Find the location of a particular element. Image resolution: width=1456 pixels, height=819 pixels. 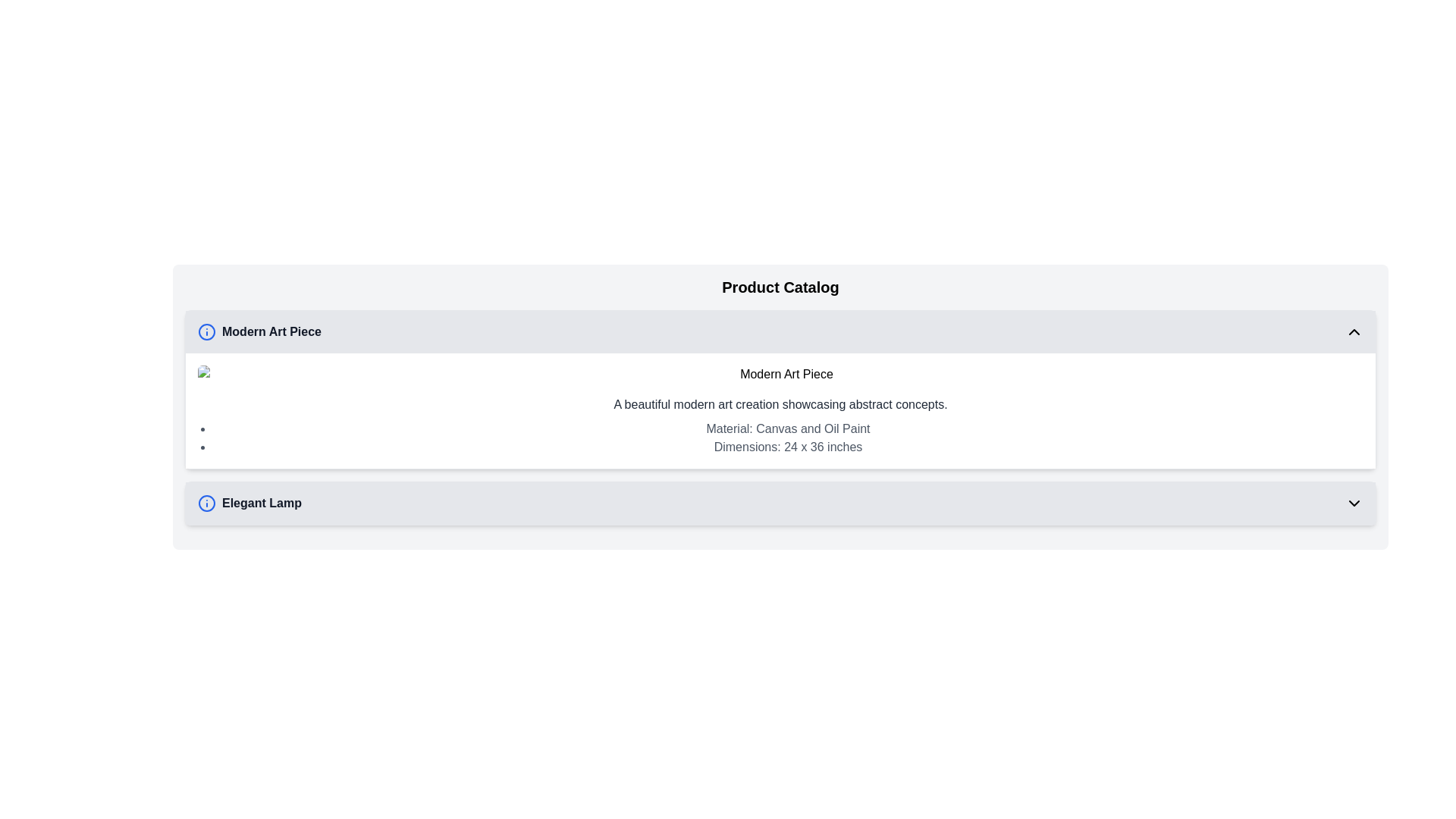

the text label for the product named 'Elegant Lamp', which is located to the right of a blue 'information' icon at the bottom section of the display is located at coordinates (262, 503).